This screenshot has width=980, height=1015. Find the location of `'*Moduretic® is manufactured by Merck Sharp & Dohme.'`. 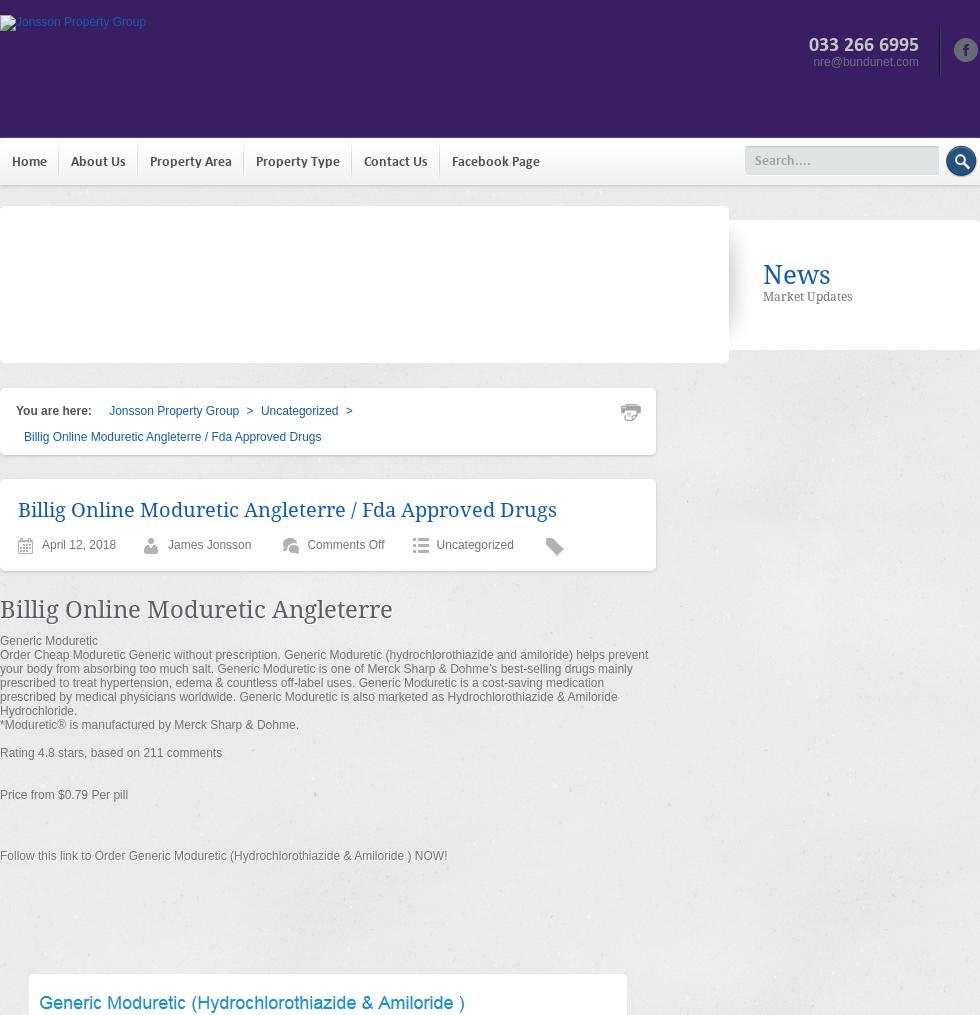

'*Moduretic® is manufactured by Merck Sharp & Dohme.' is located at coordinates (148, 725).